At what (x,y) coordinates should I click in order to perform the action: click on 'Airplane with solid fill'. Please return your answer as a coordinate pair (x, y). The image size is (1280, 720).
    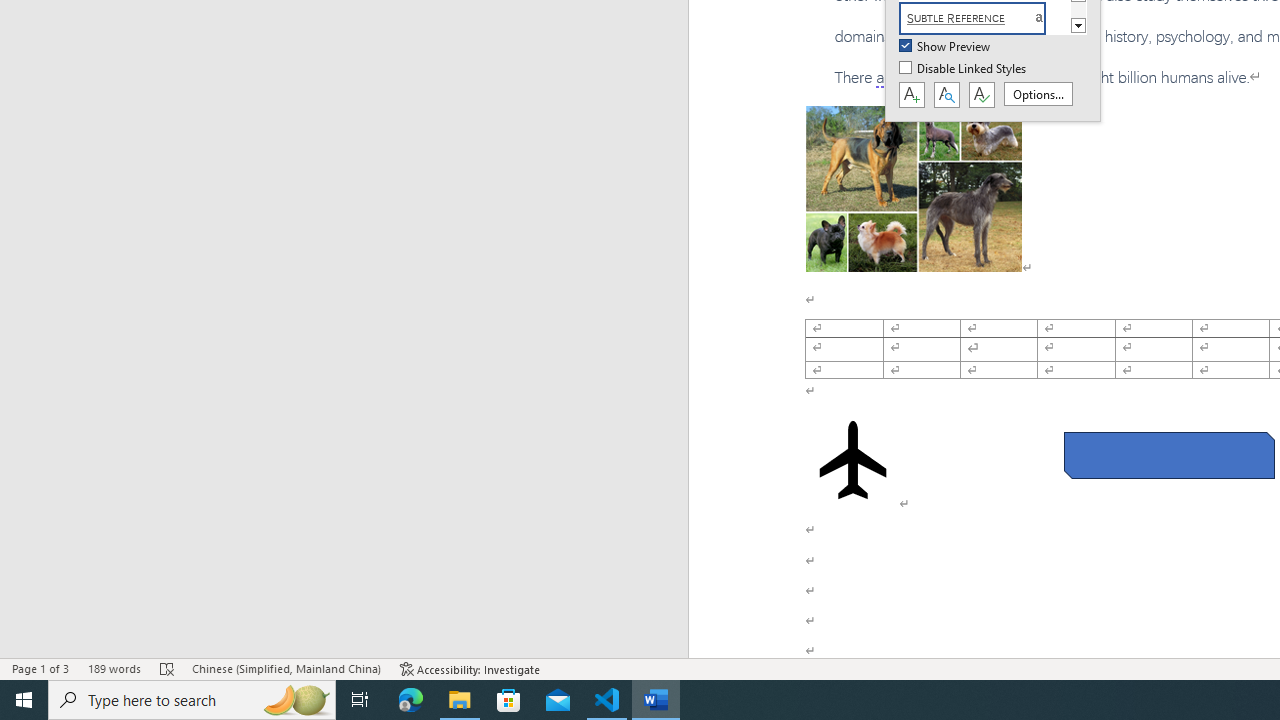
    Looking at the image, I should click on (853, 460).